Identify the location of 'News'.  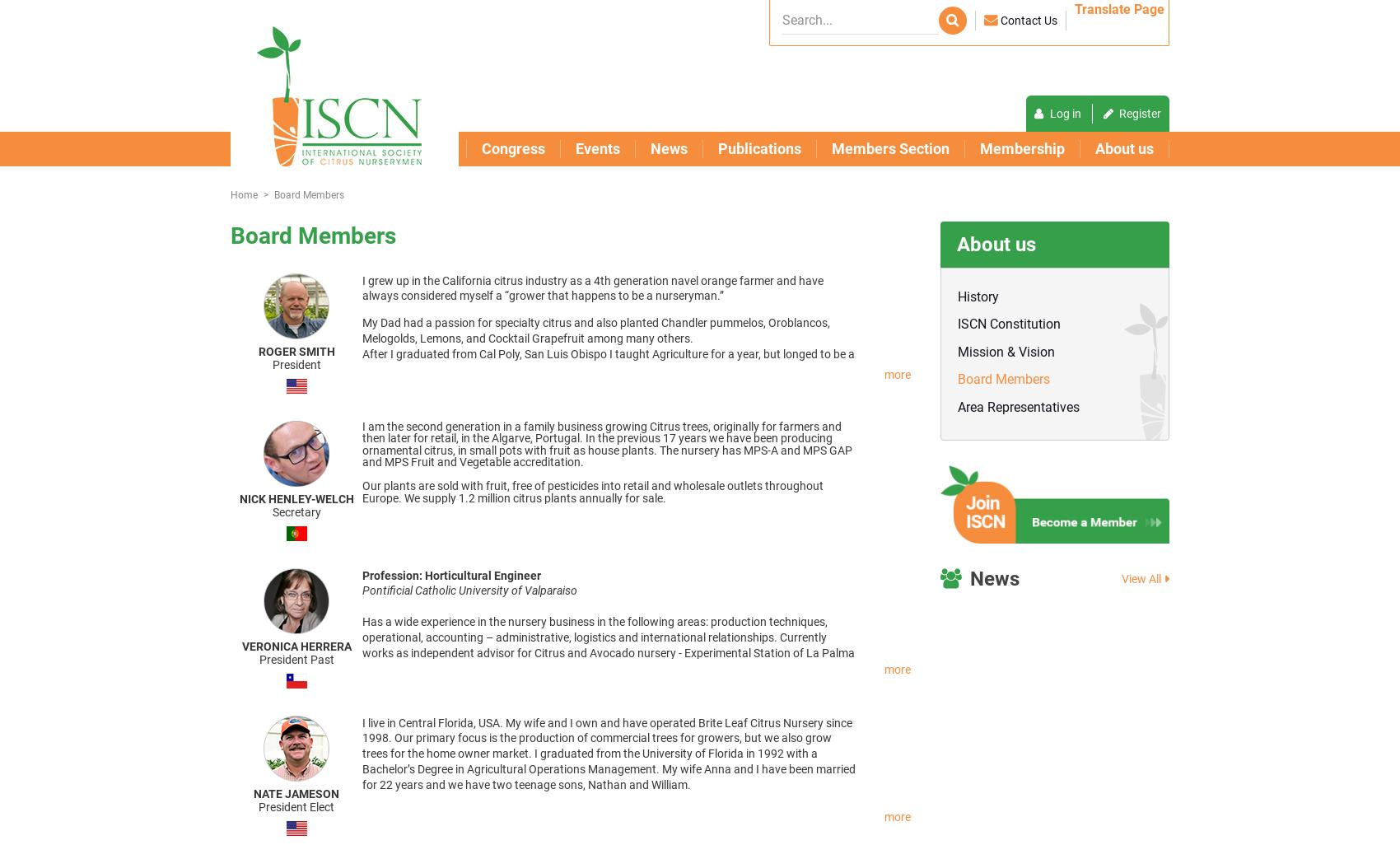
(994, 577).